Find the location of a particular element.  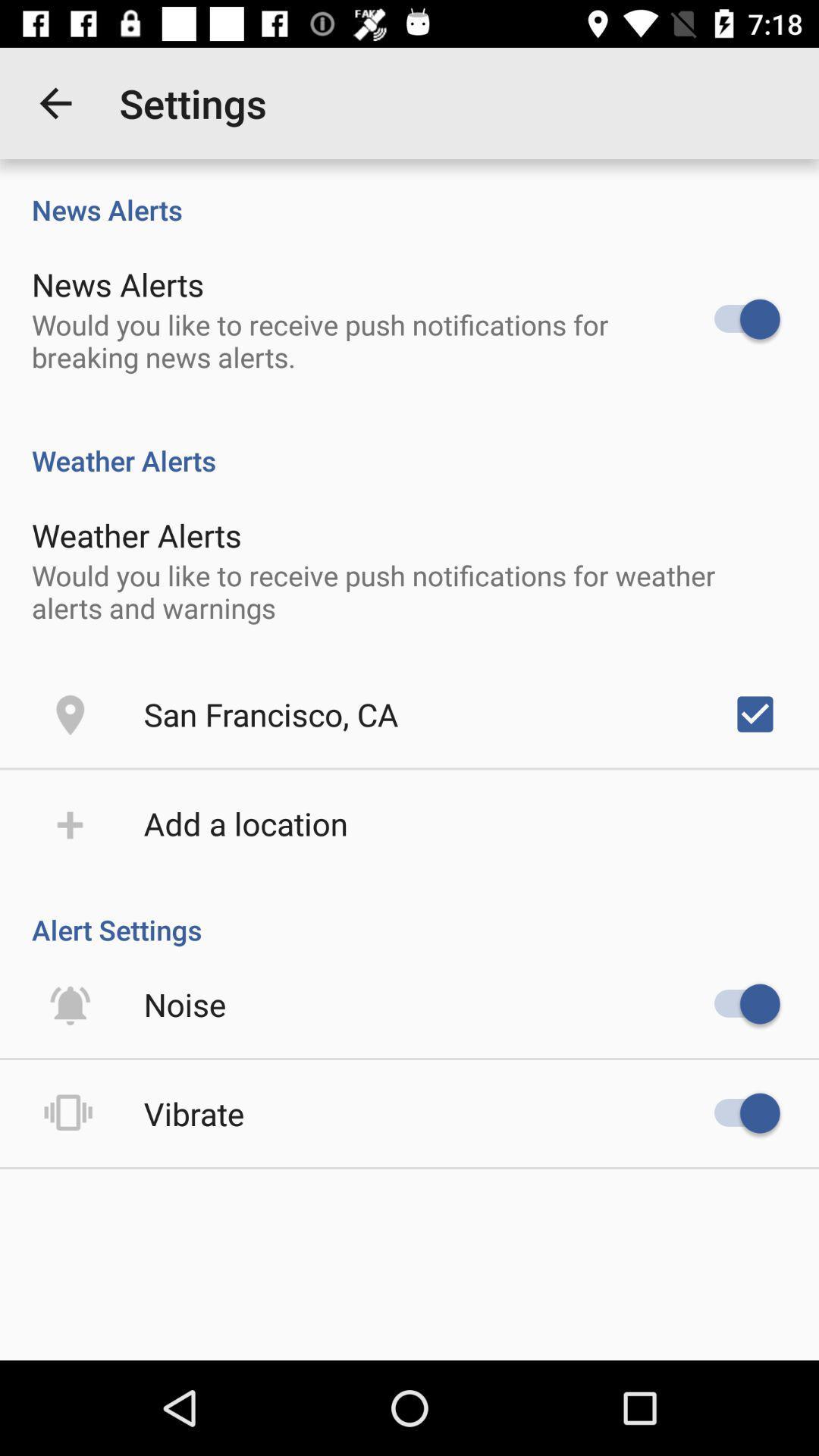

item to the right of the san francisco, ca is located at coordinates (755, 713).